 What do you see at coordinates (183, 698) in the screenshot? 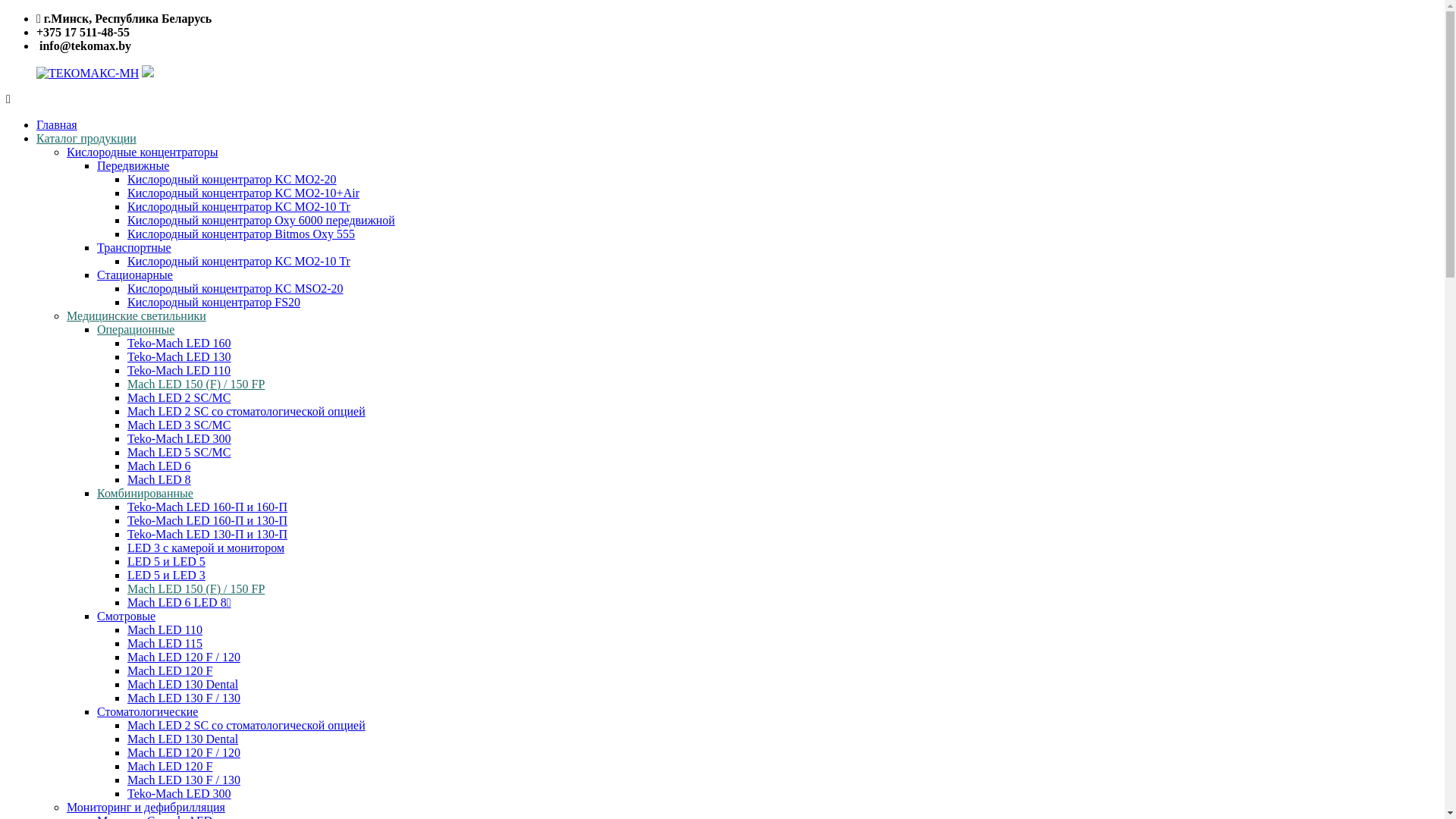
I see `'Mach LED 130 F / 130'` at bounding box center [183, 698].